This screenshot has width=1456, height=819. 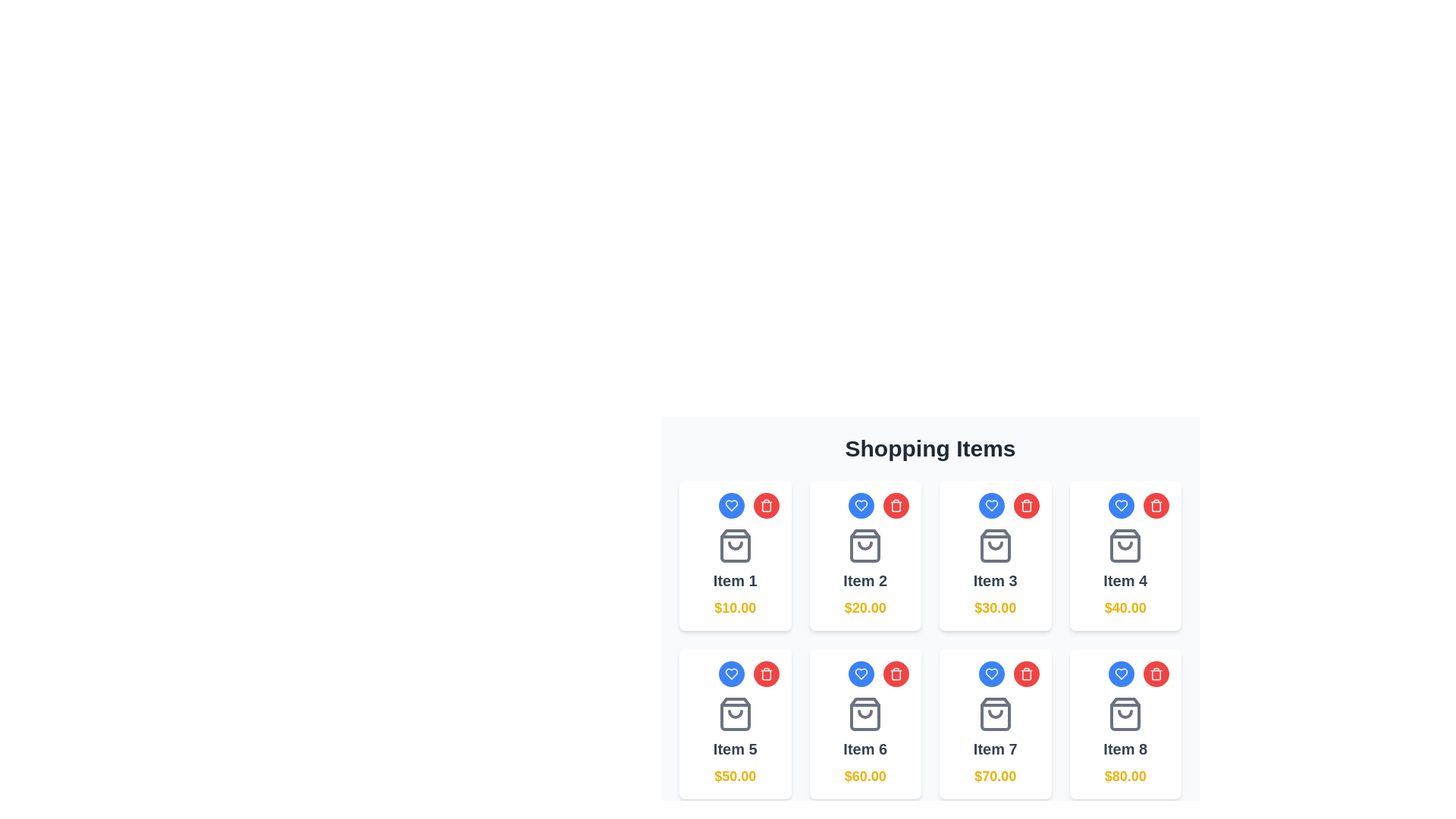 I want to click on the first product display card in the top left corner of the shopping interface, so click(x=735, y=573).